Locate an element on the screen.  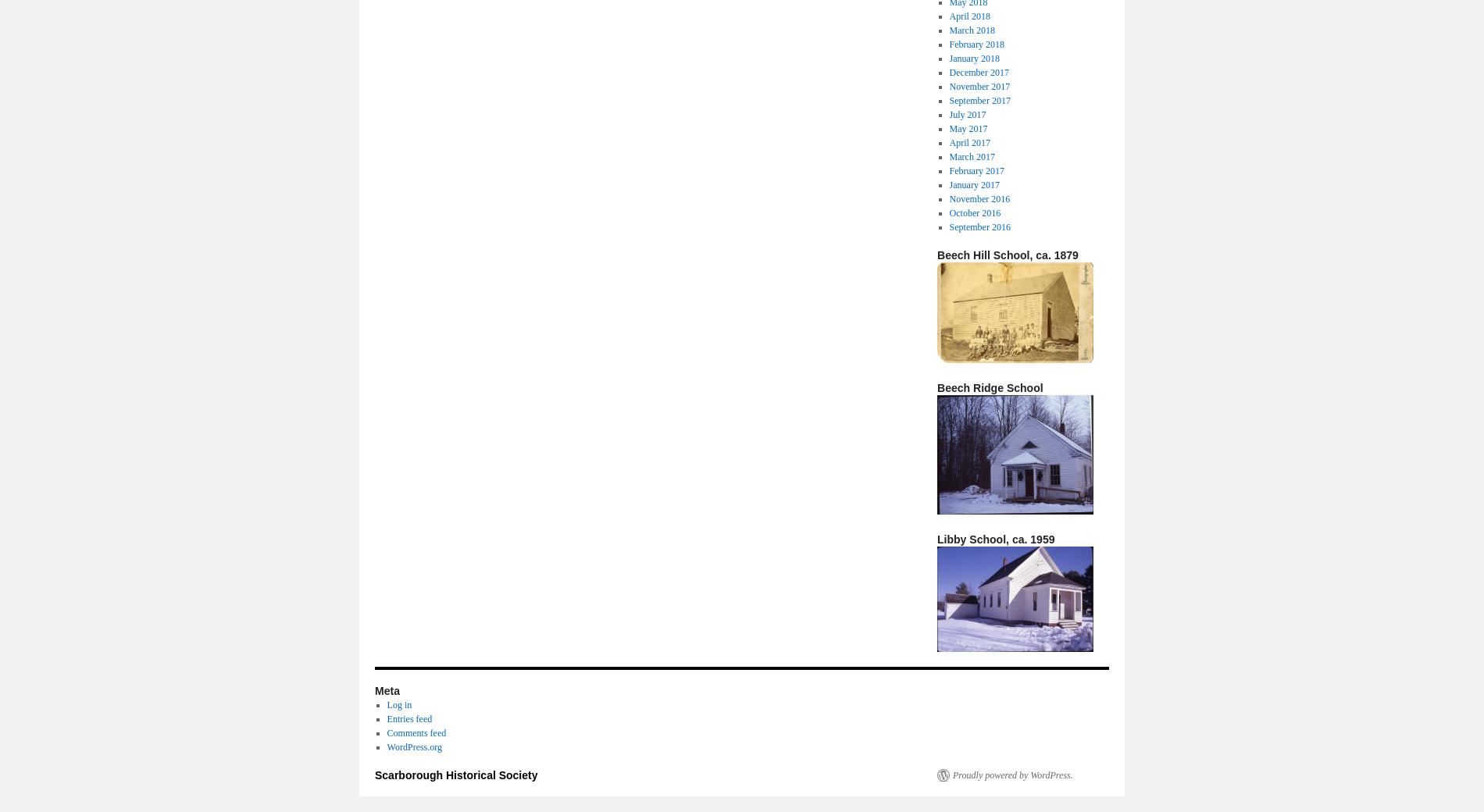
'Beech Ridge School' is located at coordinates (989, 386).